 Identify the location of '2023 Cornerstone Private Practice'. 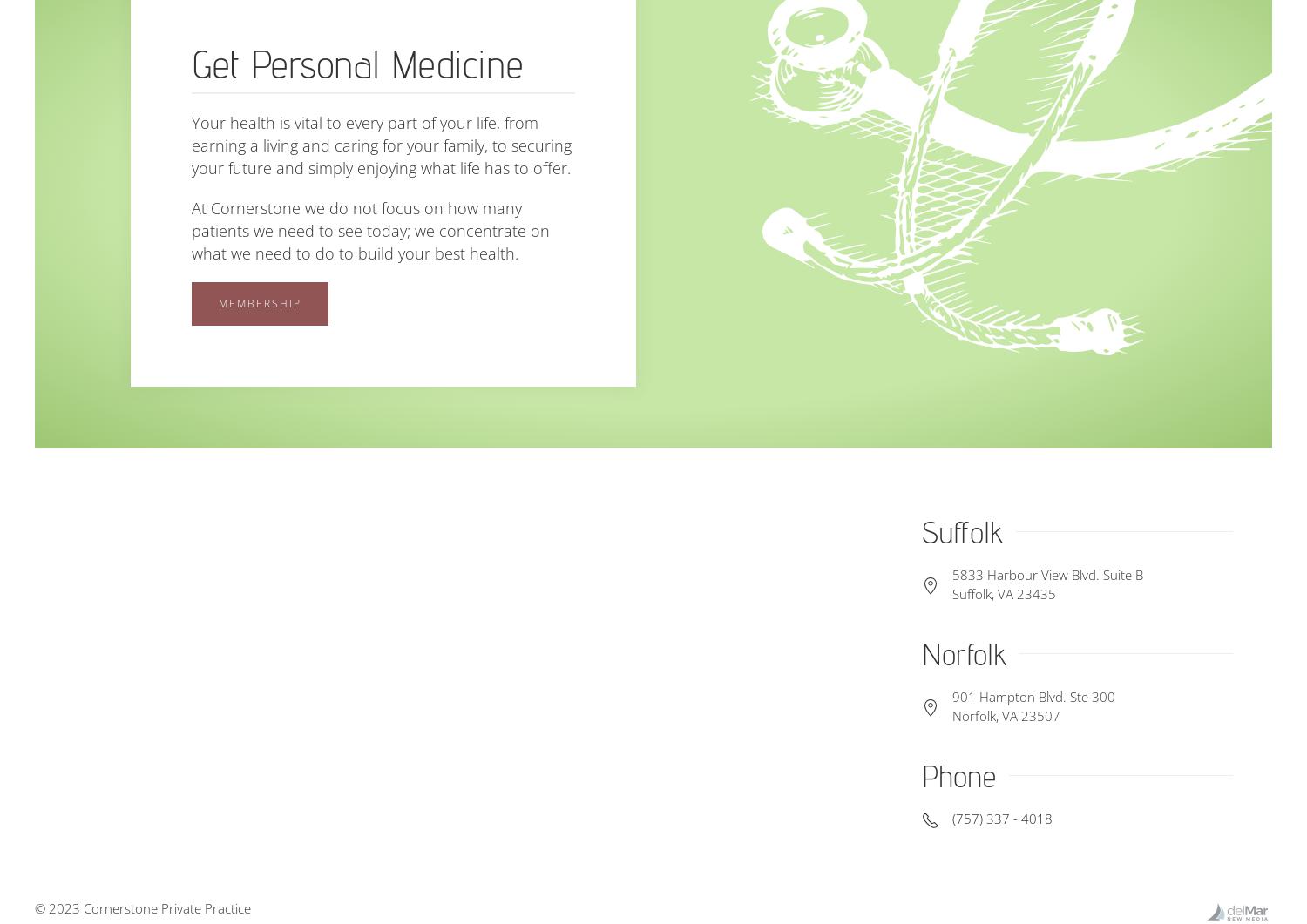
(150, 907).